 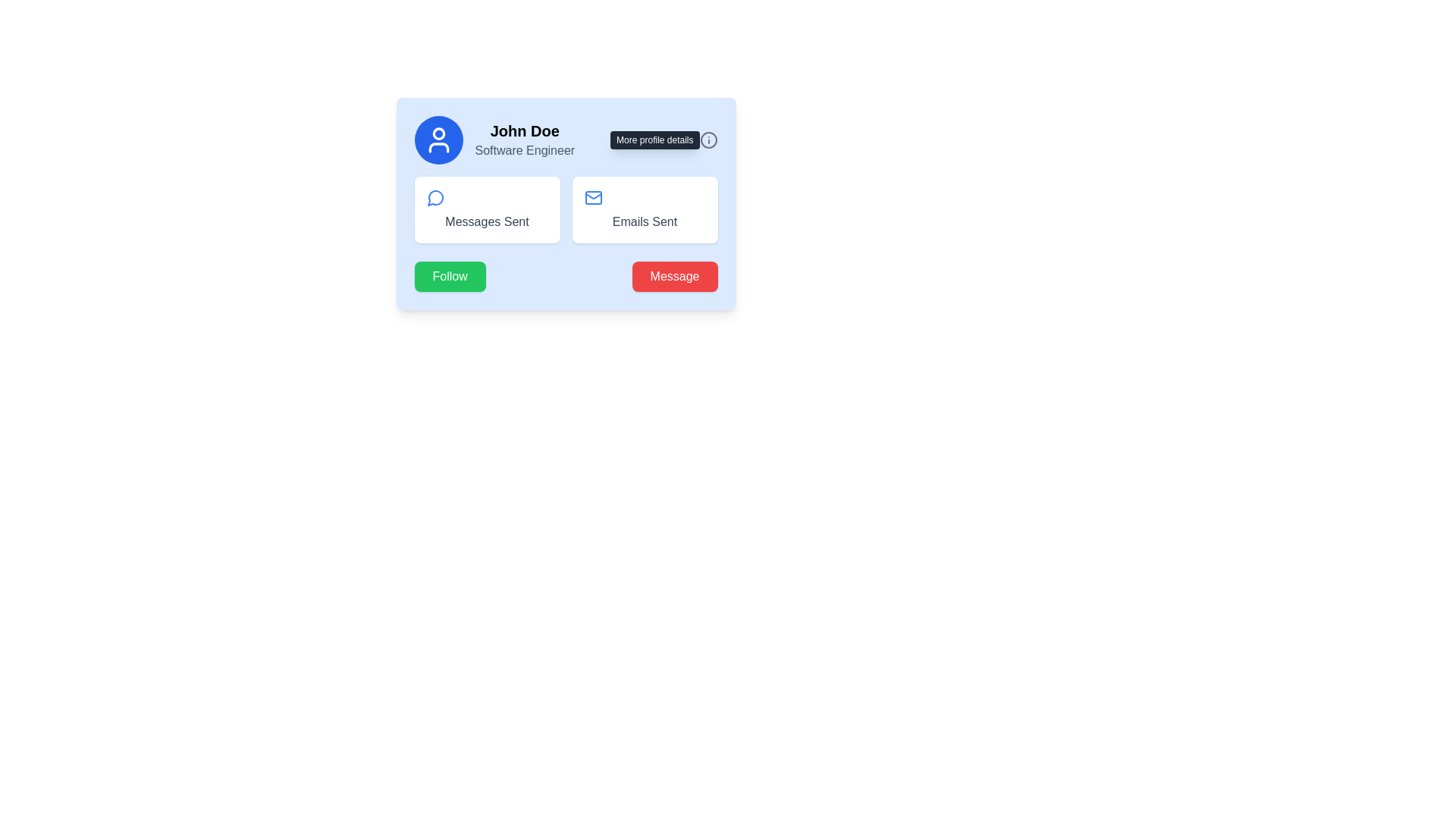 What do you see at coordinates (487, 222) in the screenshot?
I see `the 'Messages Sent' text label, which is styled in gray and located below the chat bubble icon within its white rounded card` at bounding box center [487, 222].